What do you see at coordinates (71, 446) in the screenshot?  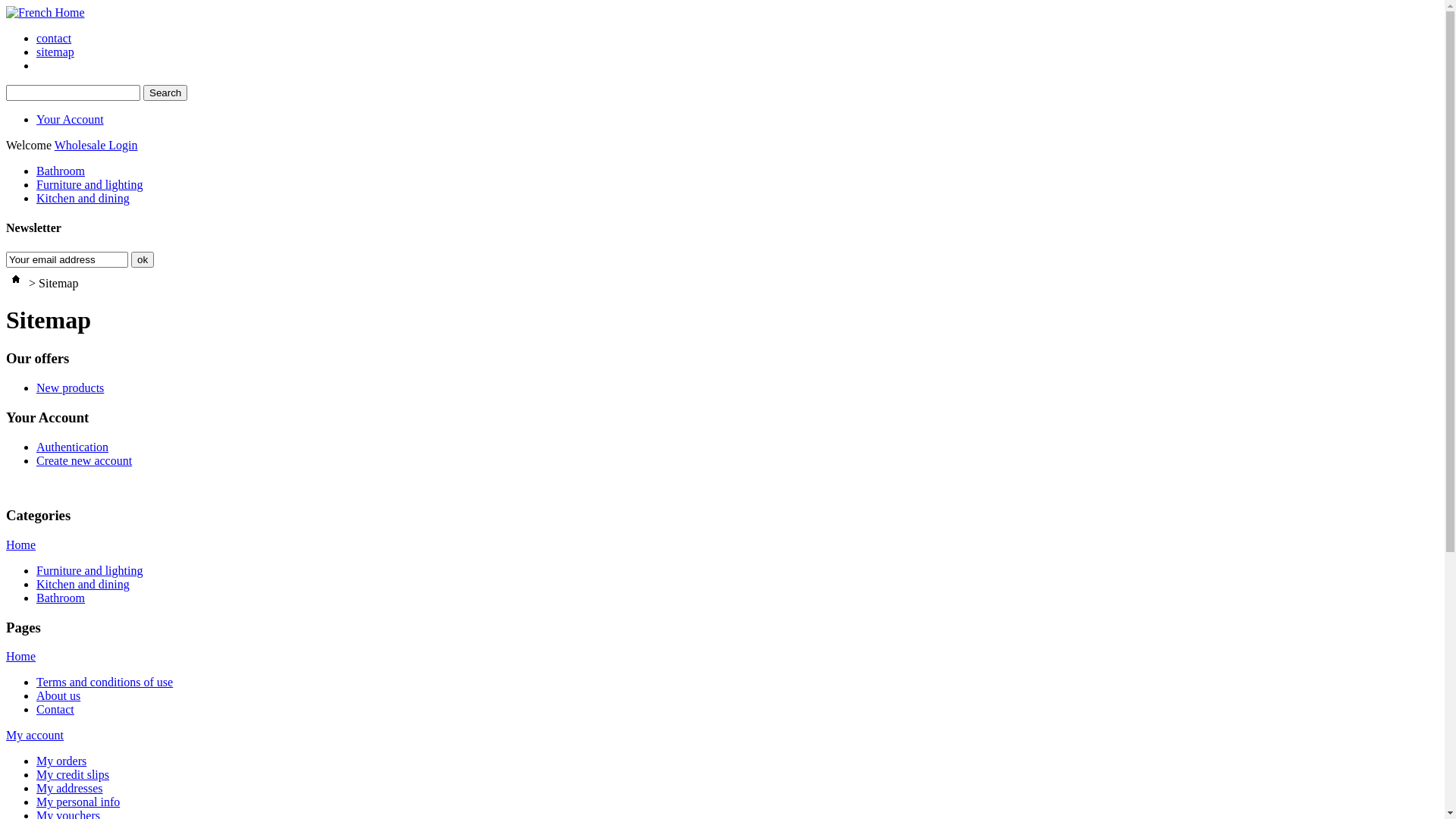 I see `'Authentication'` at bounding box center [71, 446].